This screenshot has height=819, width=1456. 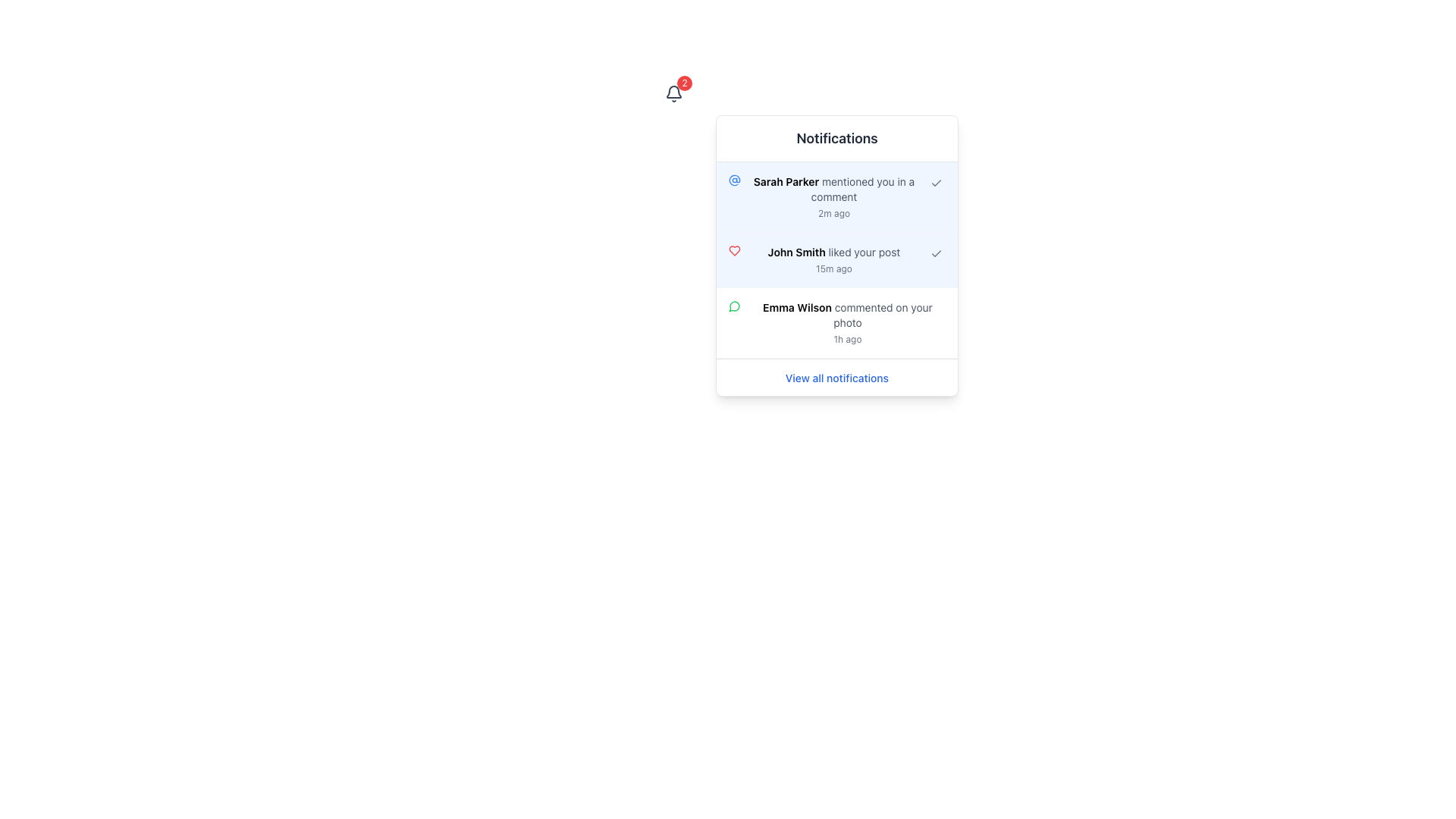 What do you see at coordinates (735, 180) in the screenshot?
I see `the icon located at the top-left corner of the first notification item in the notification list` at bounding box center [735, 180].